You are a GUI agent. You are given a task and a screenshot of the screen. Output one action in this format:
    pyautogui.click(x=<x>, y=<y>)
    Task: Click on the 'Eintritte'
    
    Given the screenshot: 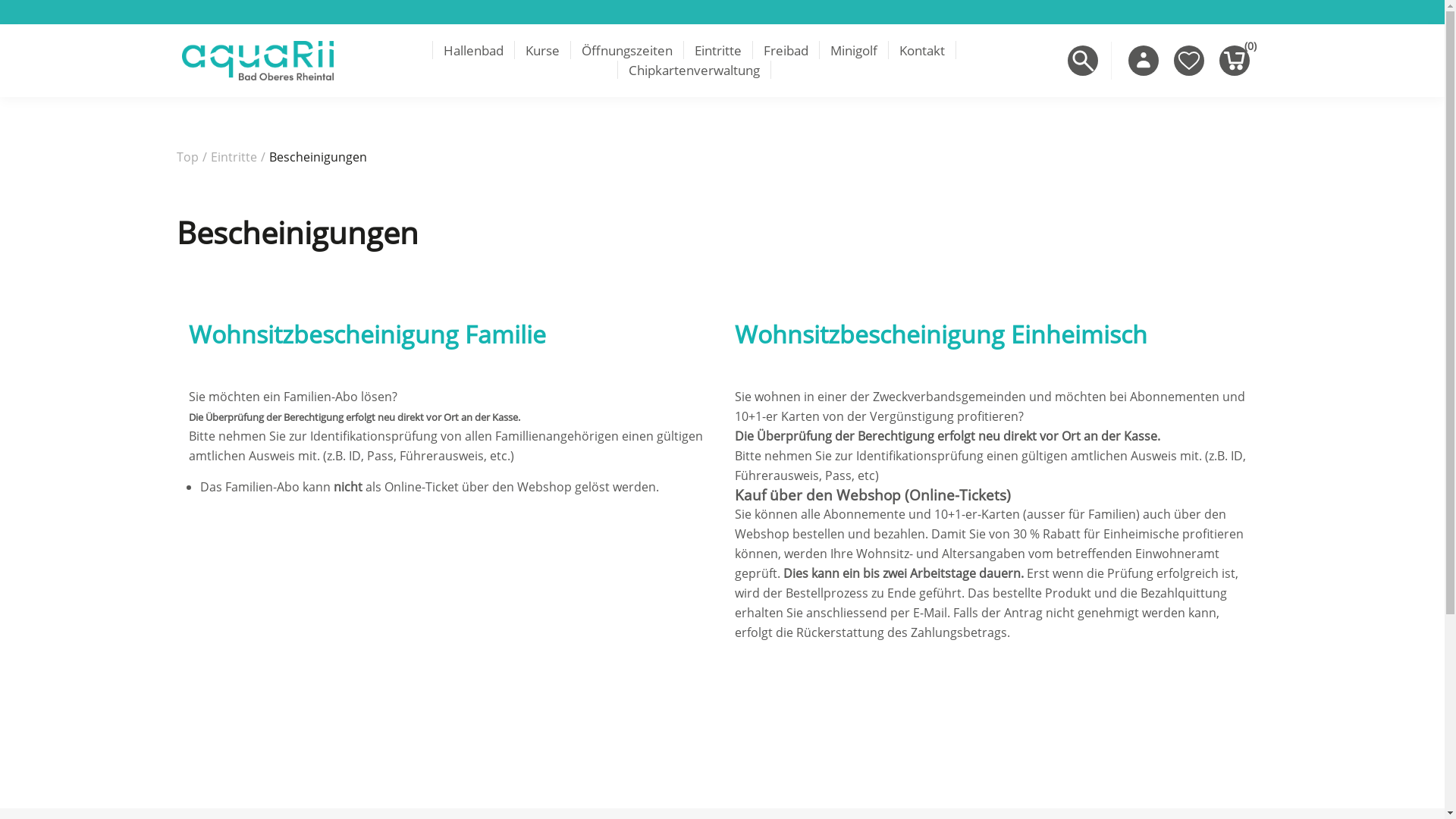 What is the action you would take?
    pyautogui.click(x=716, y=49)
    